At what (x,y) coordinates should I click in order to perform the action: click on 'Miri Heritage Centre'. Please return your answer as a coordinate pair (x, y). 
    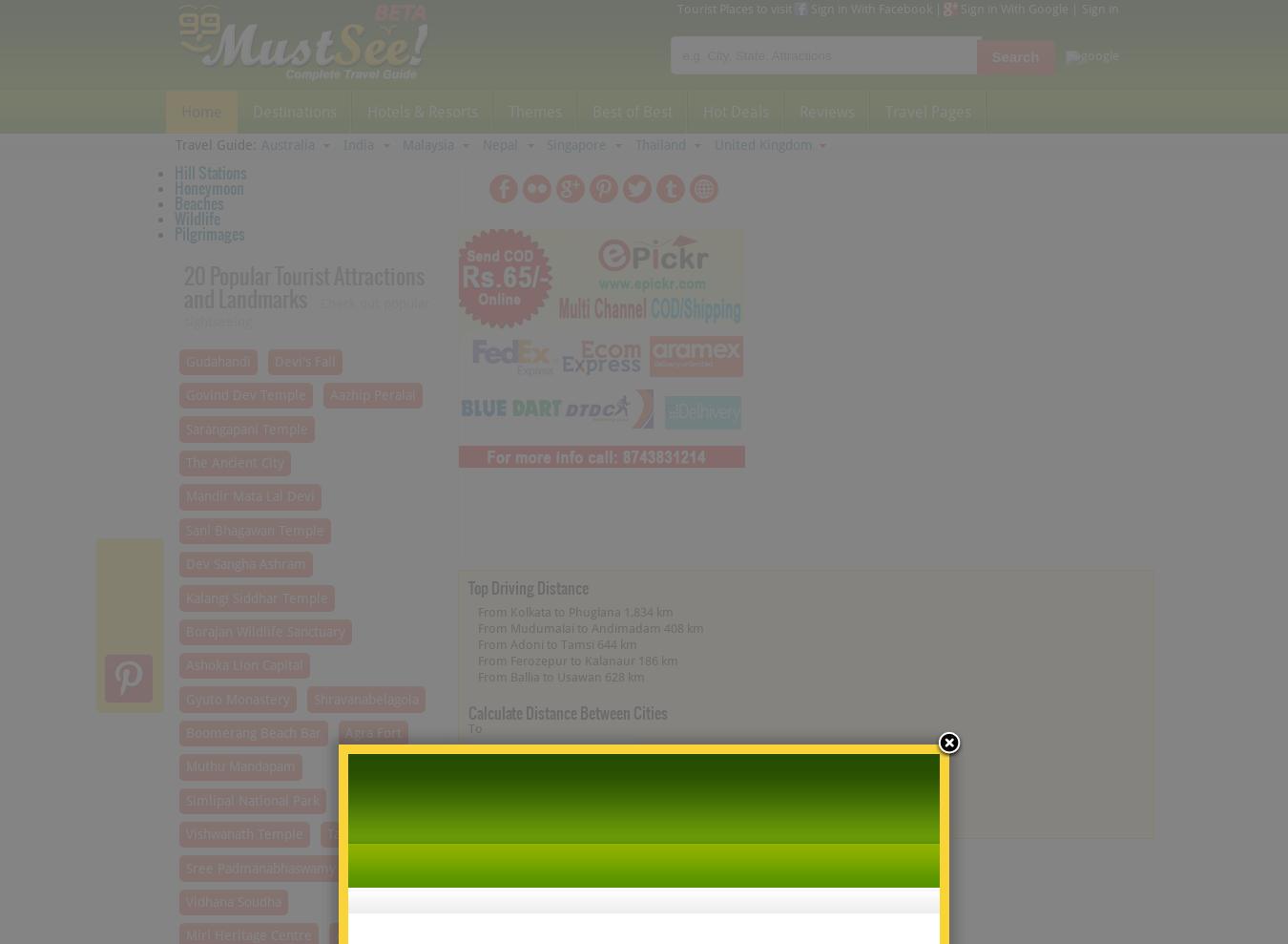
    Looking at the image, I should click on (247, 935).